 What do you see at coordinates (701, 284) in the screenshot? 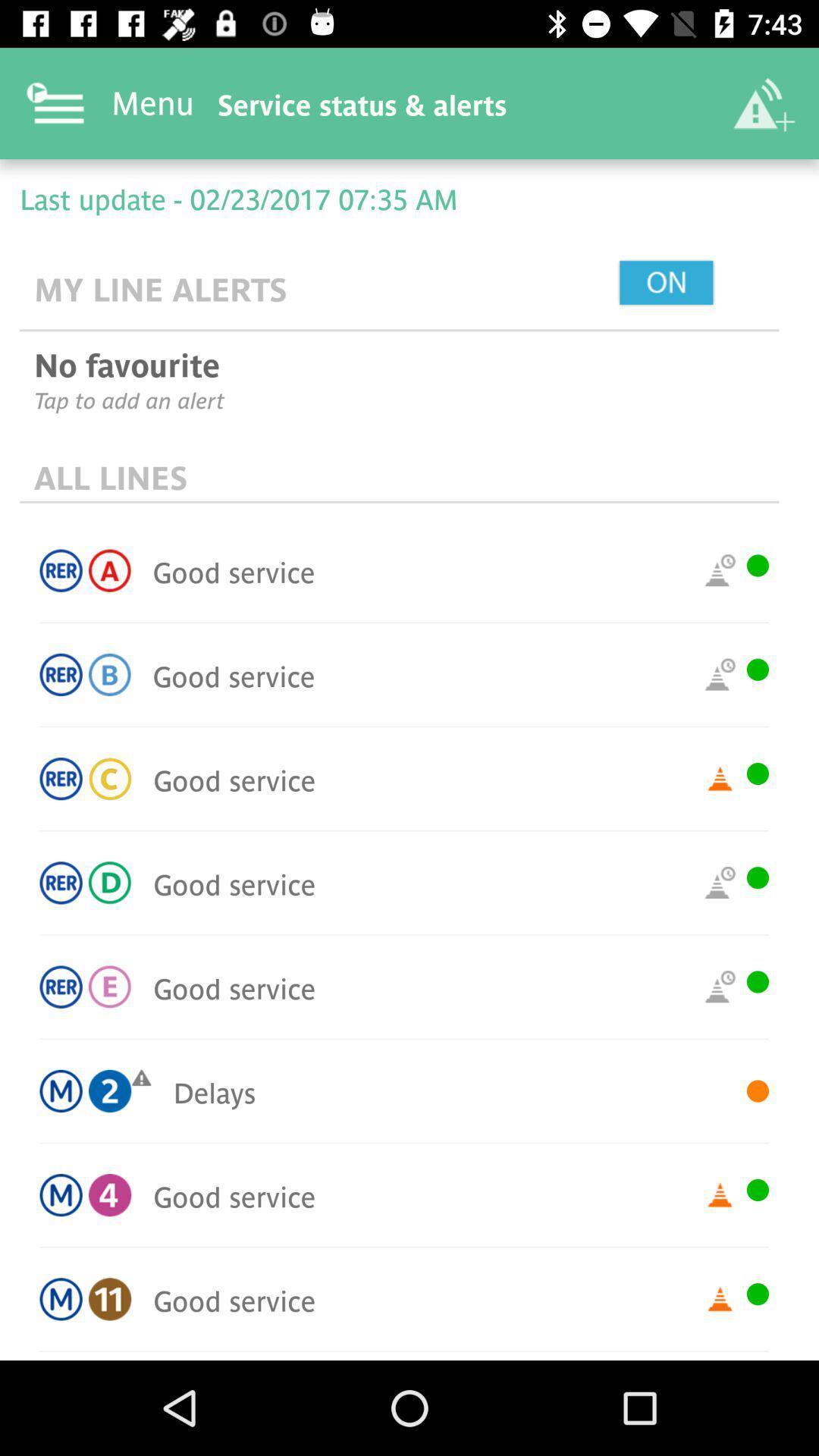
I see `the icon next to my line alerts item` at bounding box center [701, 284].